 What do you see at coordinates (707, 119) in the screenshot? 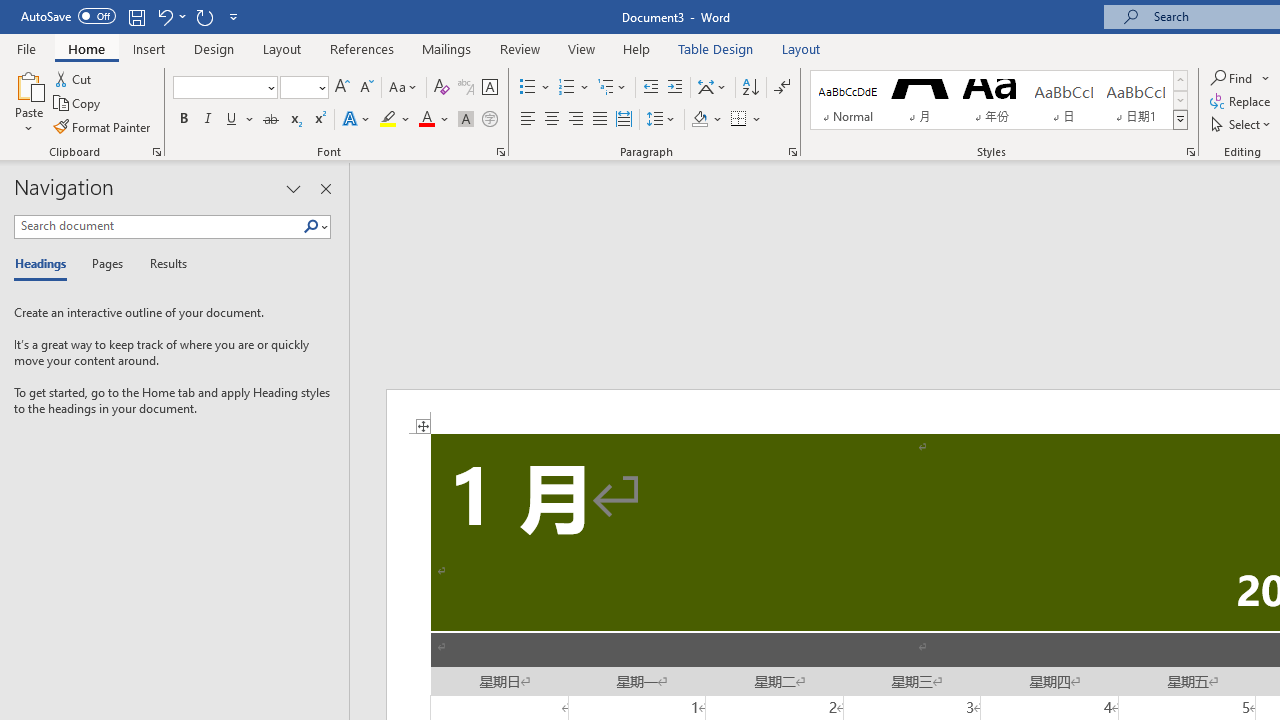
I see `'Shading'` at bounding box center [707, 119].